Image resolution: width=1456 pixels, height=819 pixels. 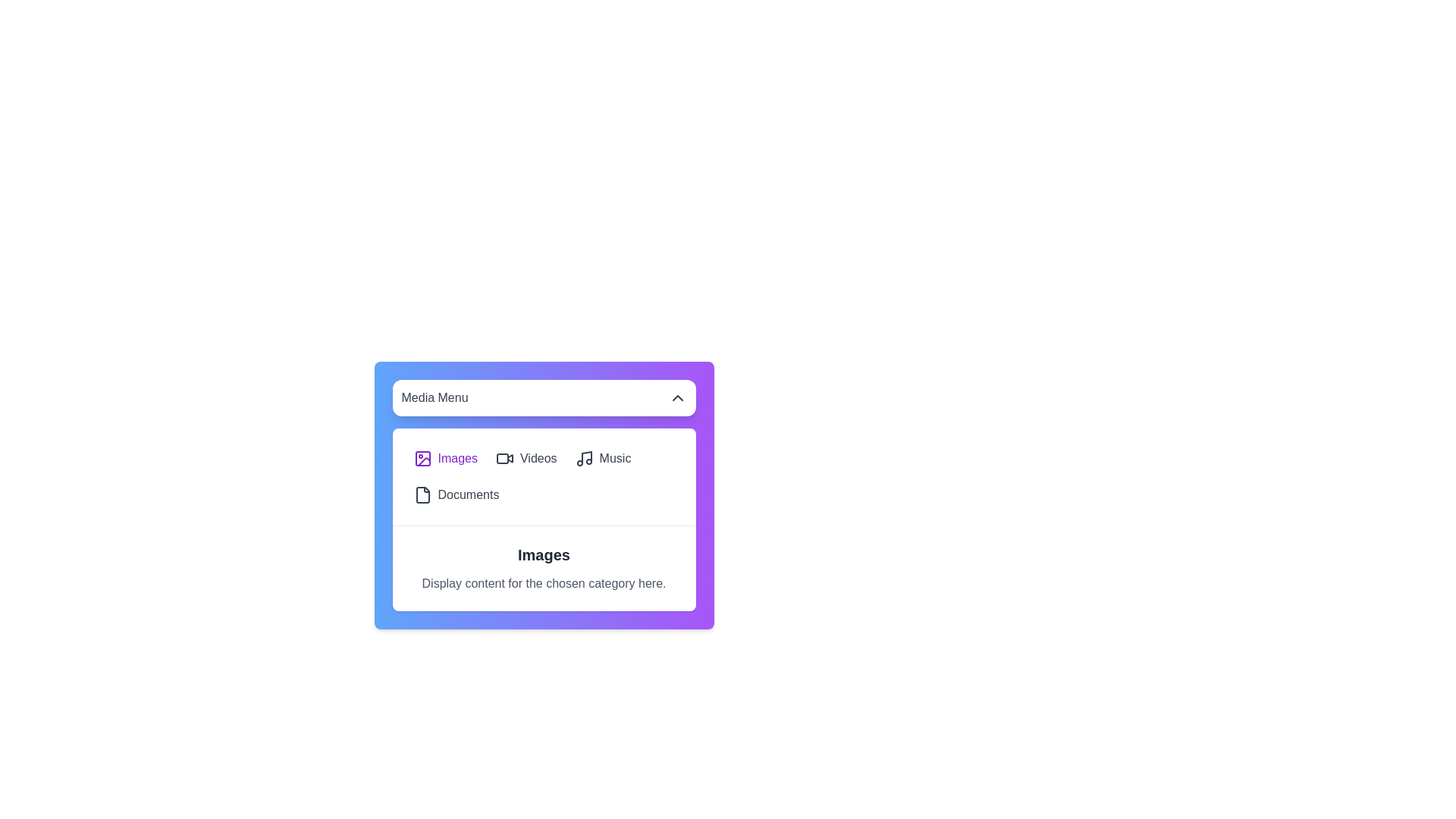 What do you see at coordinates (544, 555) in the screenshot?
I see `the text label 'Images' which indicates the current category or section, positioned above the secondary text in the interface` at bounding box center [544, 555].